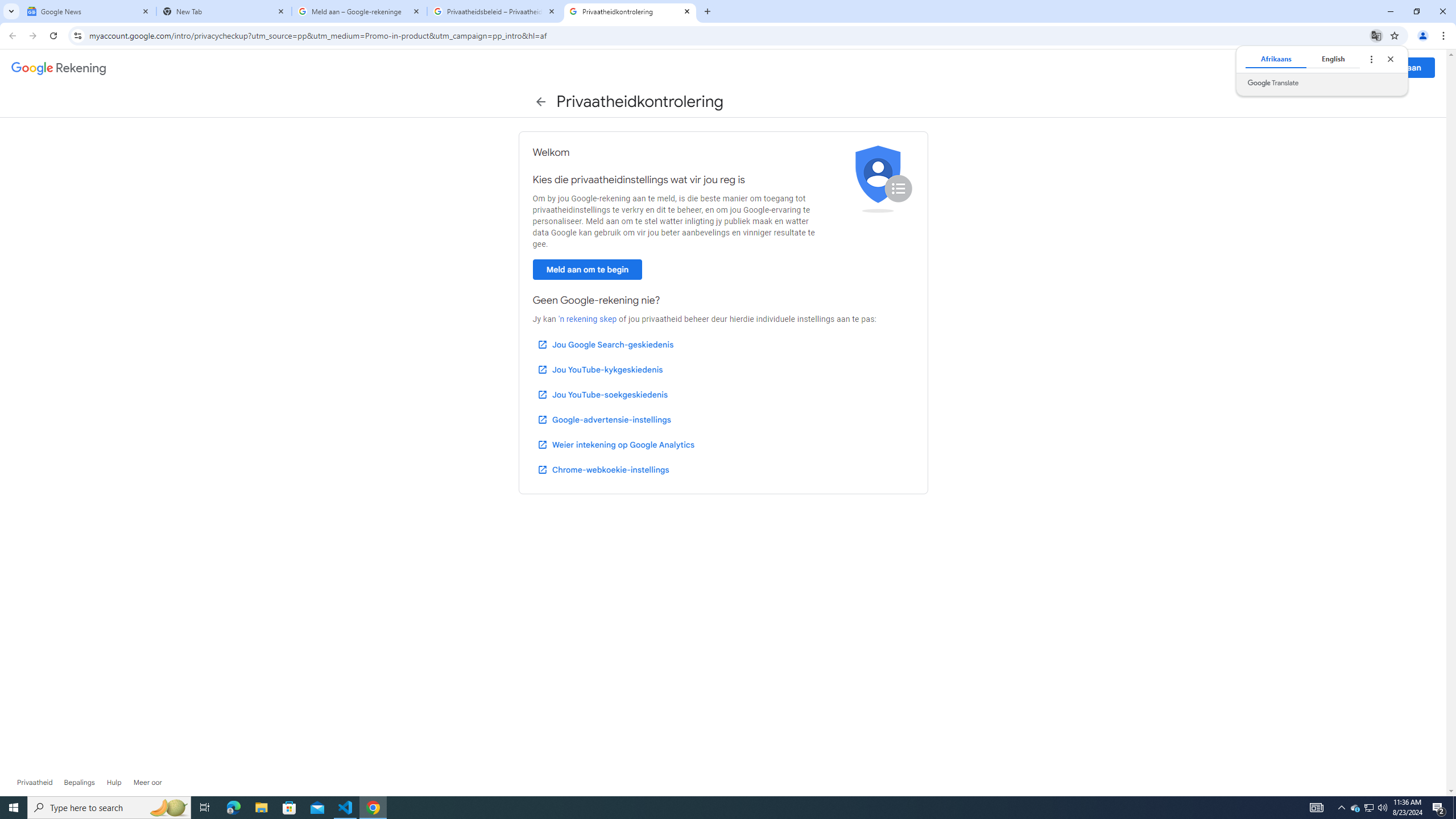 This screenshot has height=819, width=1456. What do you see at coordinates (586, 270) in the screenshot?
I see `'Meld aan om te begin'` at bounding box center [586, 270].